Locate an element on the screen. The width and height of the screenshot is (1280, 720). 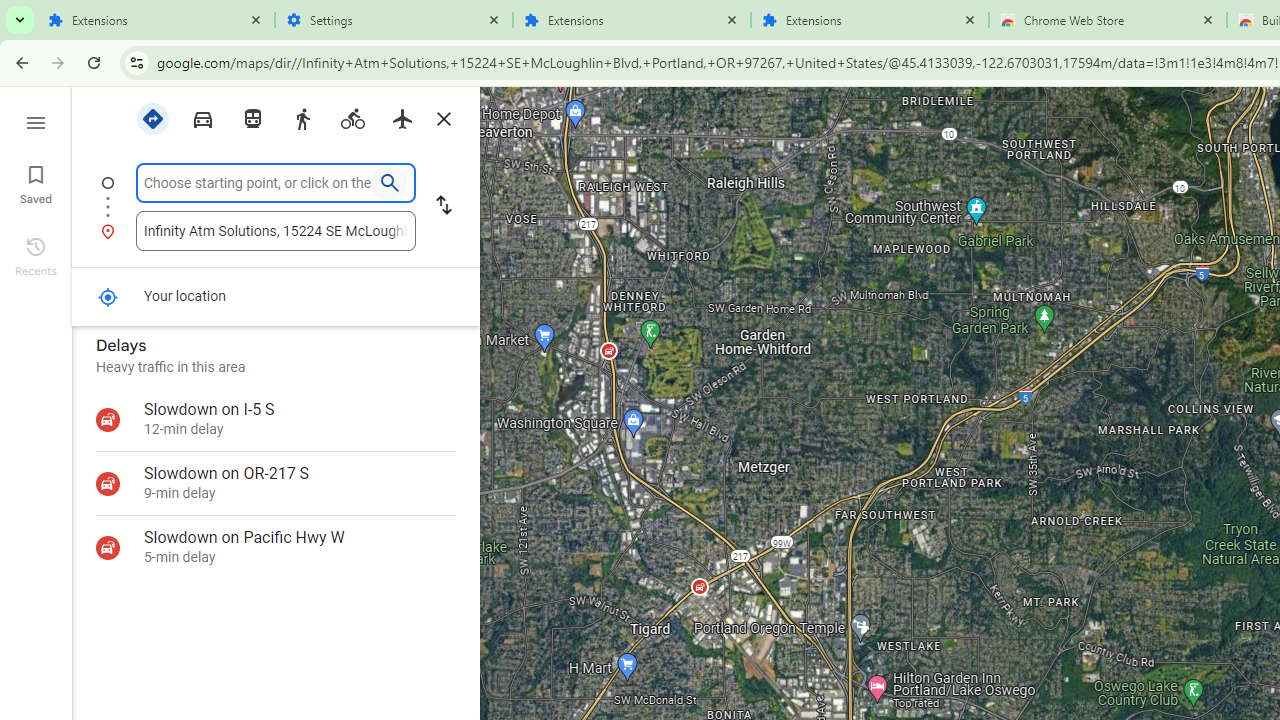
'Recents' is located at coordinates (35, 253).